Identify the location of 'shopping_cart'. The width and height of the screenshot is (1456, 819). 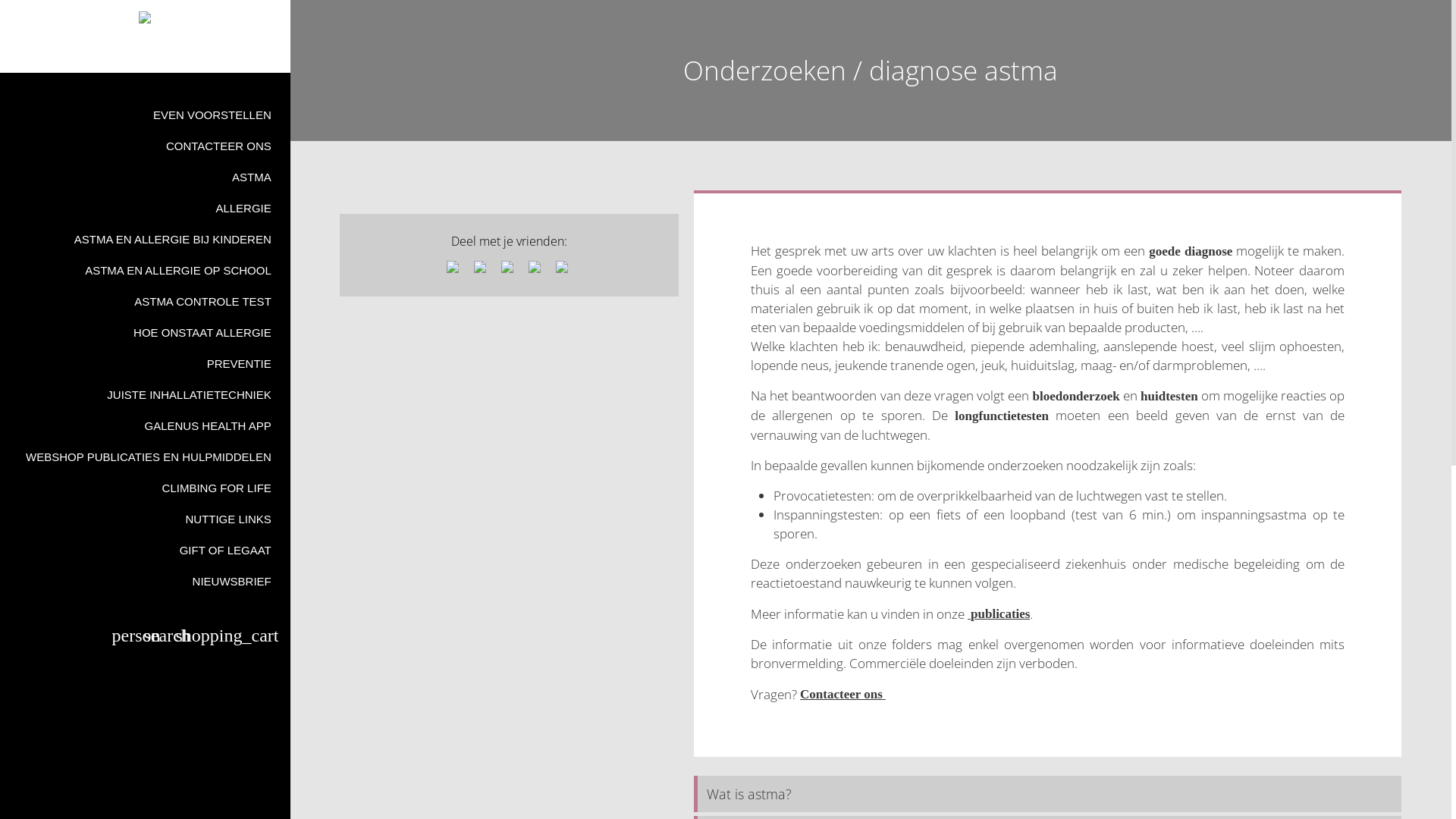
(227, 637).